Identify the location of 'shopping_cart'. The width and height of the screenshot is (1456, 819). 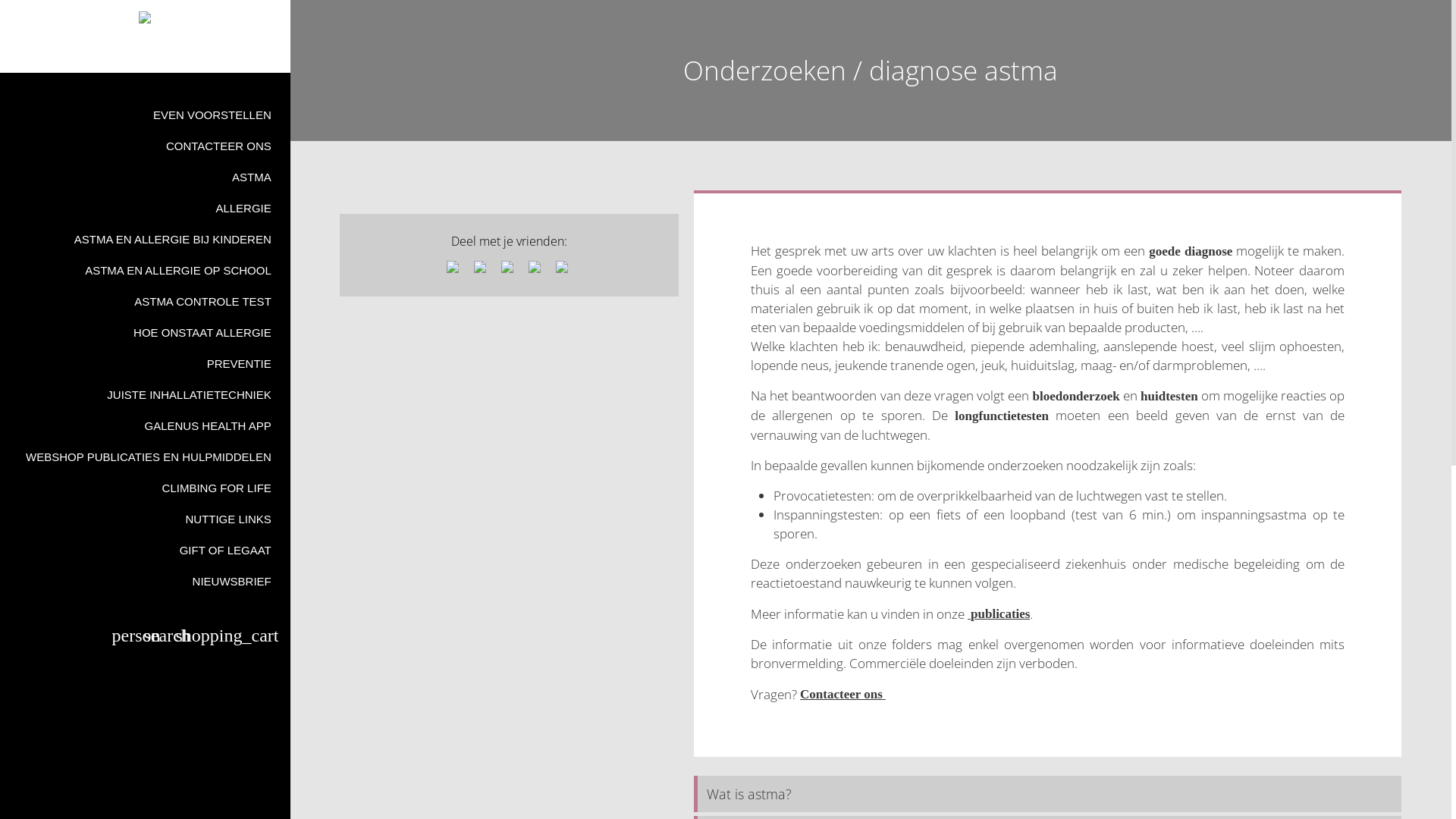
(227, 637).